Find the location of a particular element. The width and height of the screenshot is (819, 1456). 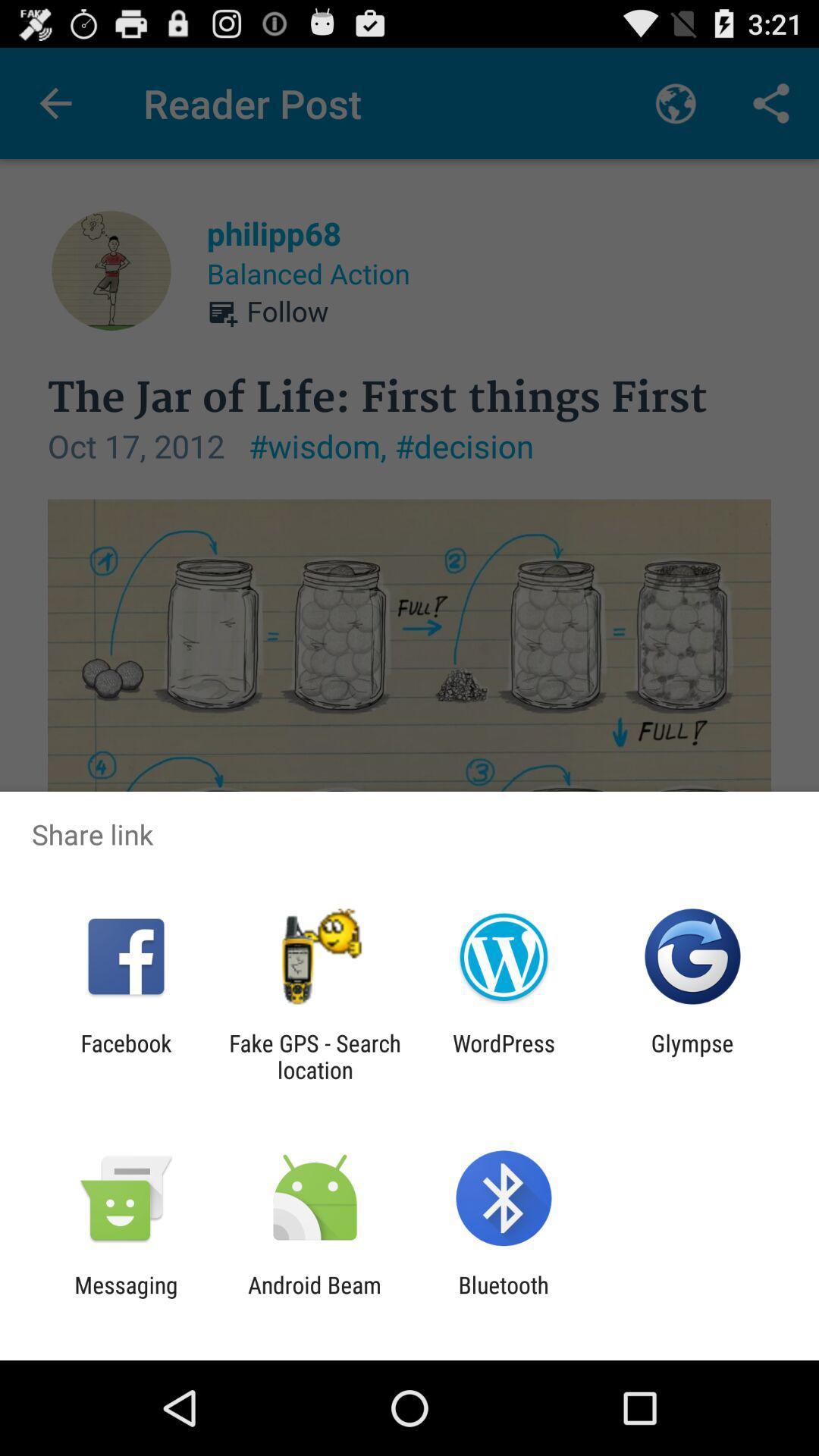

the app to the right of the facebook app is located at coordinates (314, 1056).